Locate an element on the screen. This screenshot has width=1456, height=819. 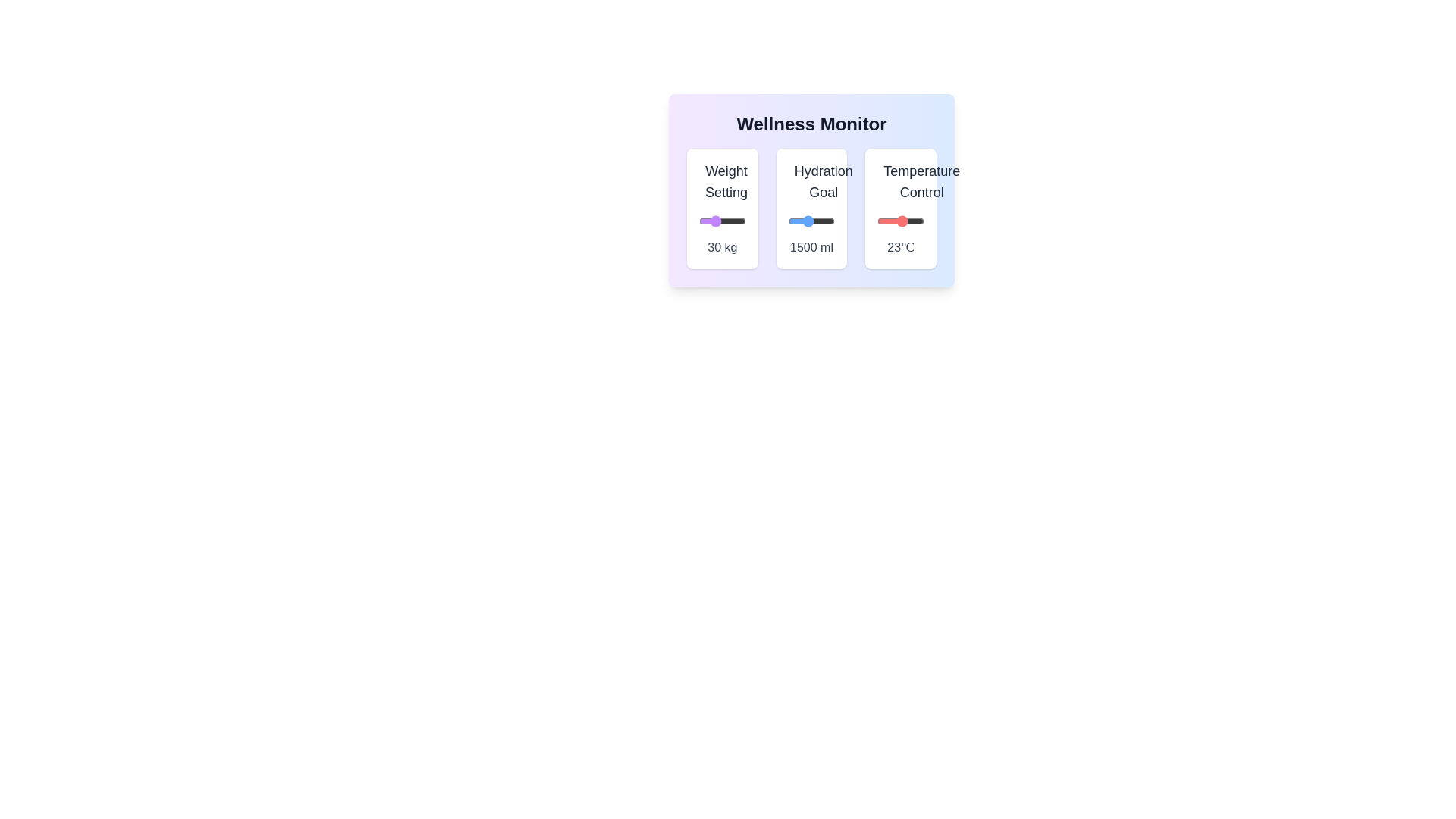
hydration goal is located at coordinates (801, 221).